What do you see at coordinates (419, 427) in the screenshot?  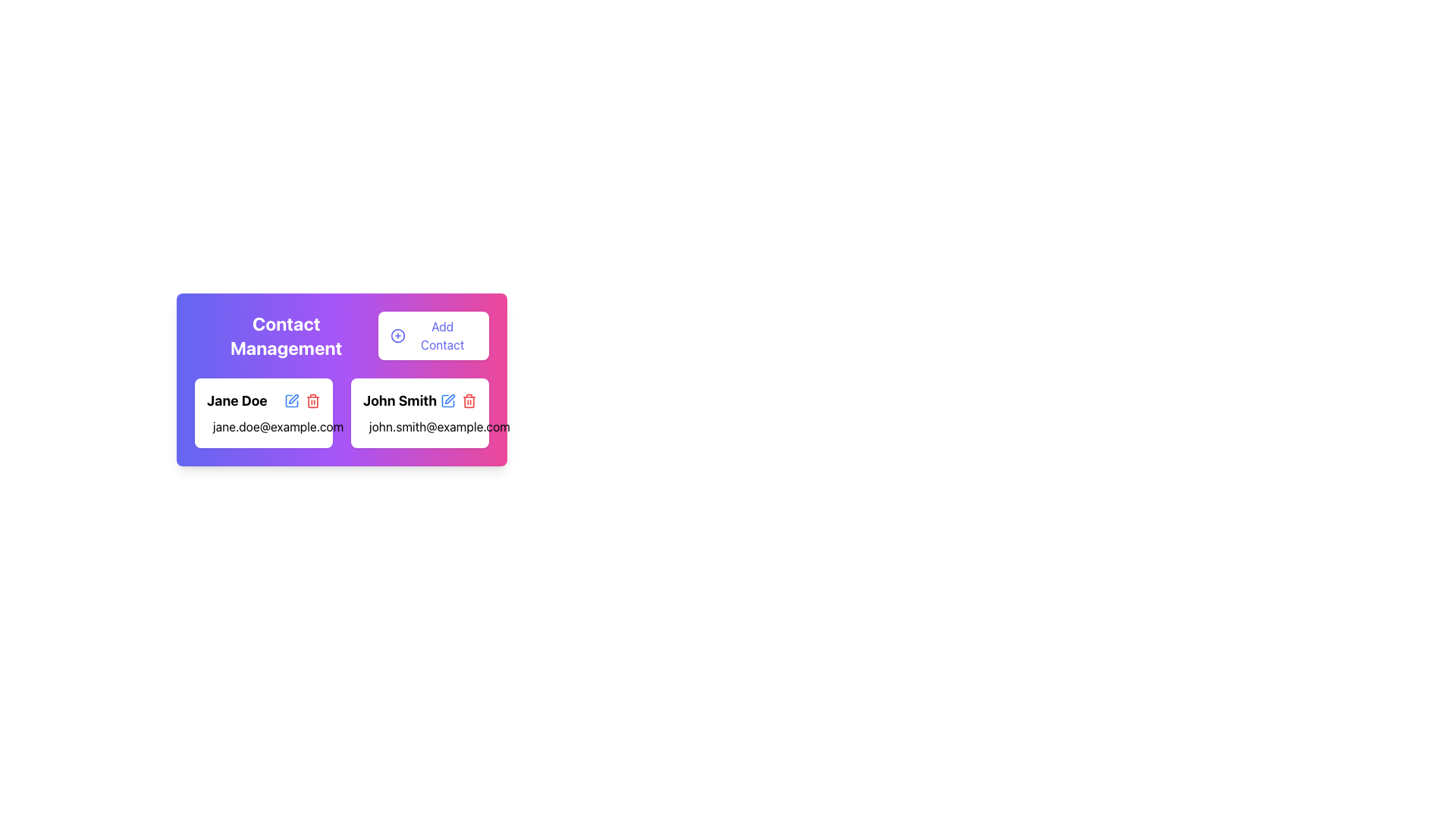 I see `the email address identifier element for the contact 'John Smith', which is positioned below the name and contains an envelope icon` at bounding box center [419, 427].